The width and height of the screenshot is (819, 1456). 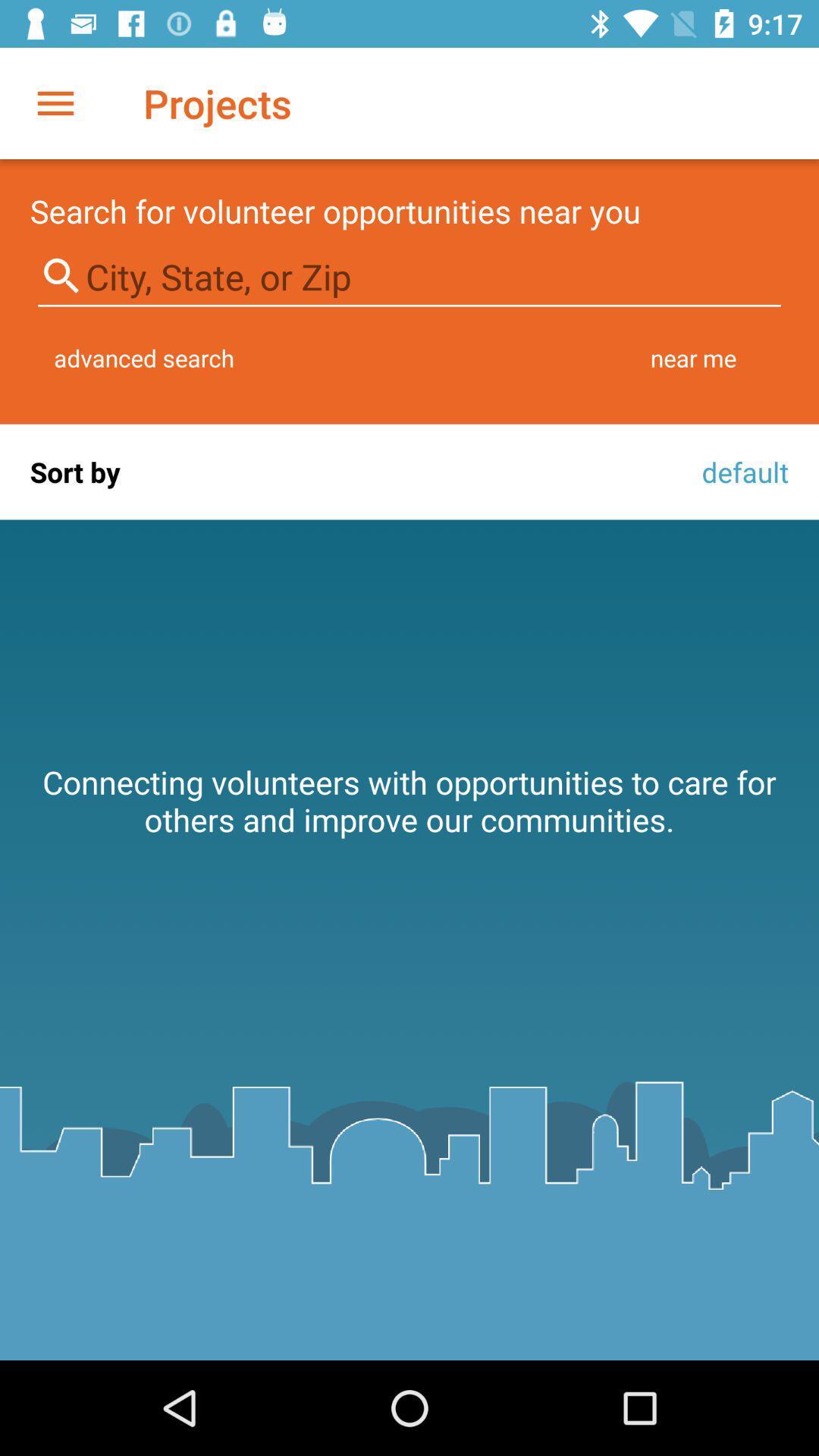 I want to click on item to the left of near me icon, so click(x=144, y=357).